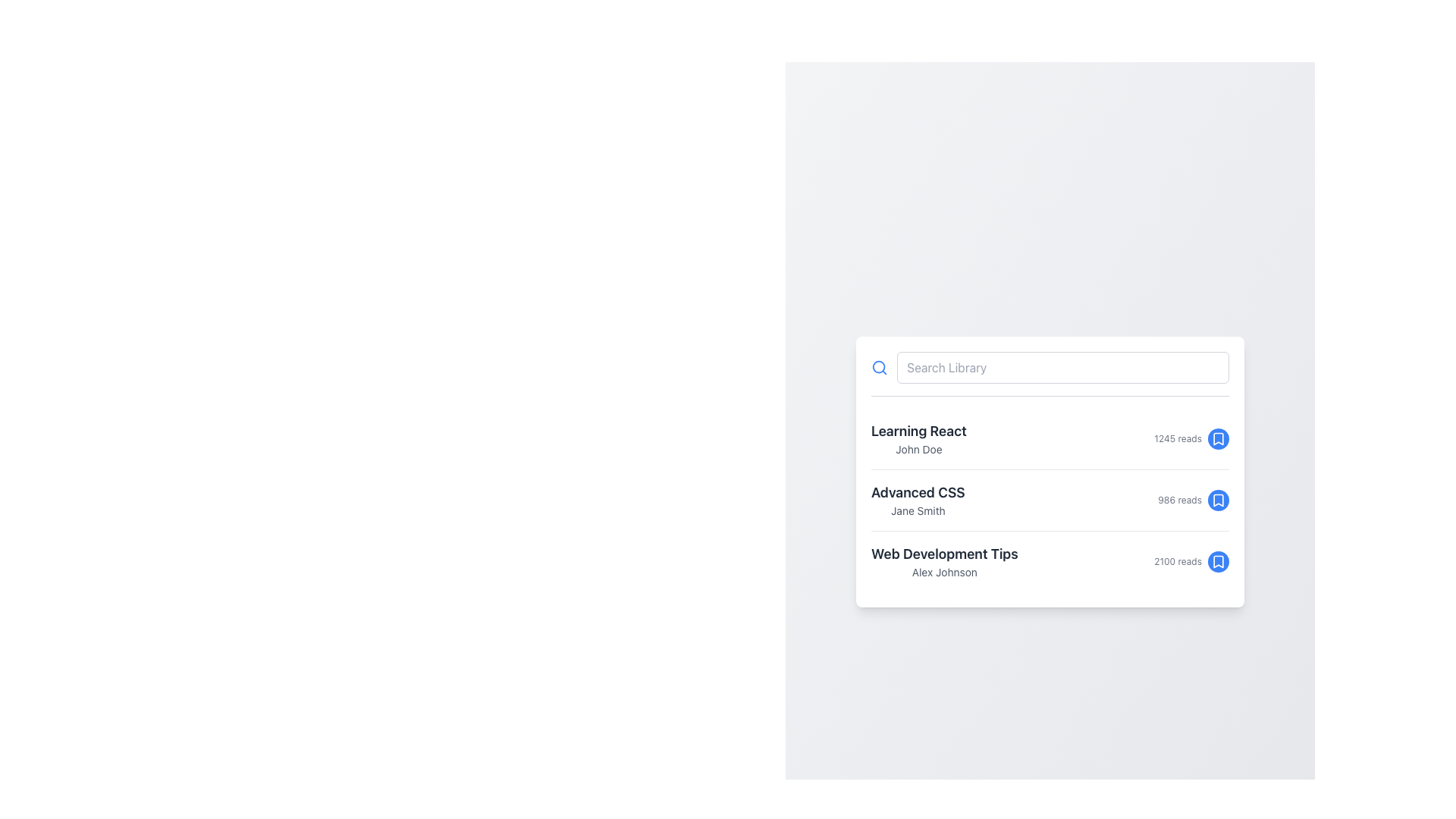 The image size is (1456, 819). What do you see at coordinates (918, 438) in the screenshot?
I see `the Textual Information Block containing the title 'Learning React' and the author's name '1245 reads', which is the first item in the list beneath the search bar` at bounding box center [918, 438].